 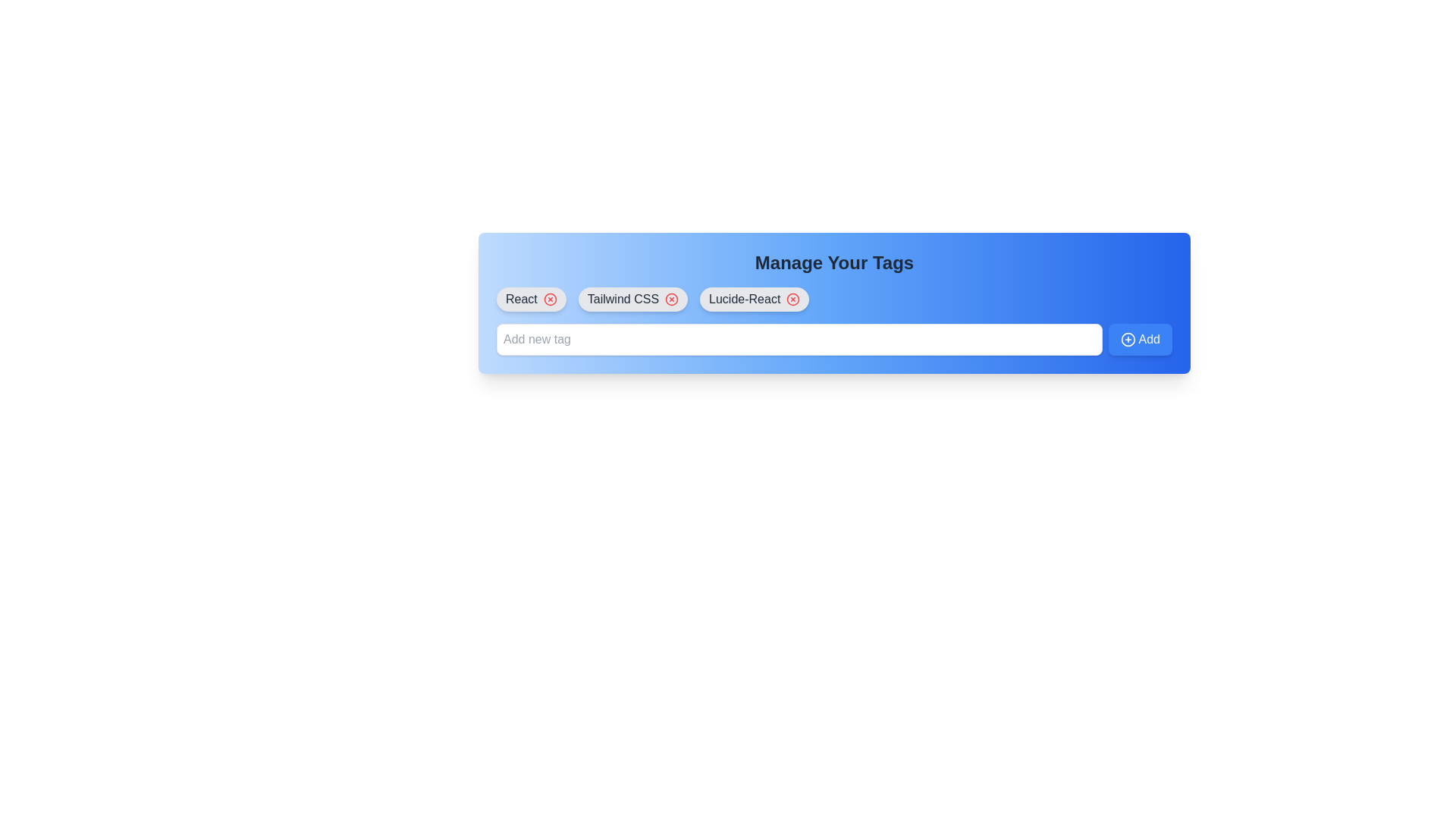 What do you see at coordinates (833, 262) in the screenshot?
I see `the prominently displayed text label 'Manage Your Tags', which is styled with bold and large text and is centered within a gradient background transitioning from light blue to darker blue` at bounding box center [833, 262].